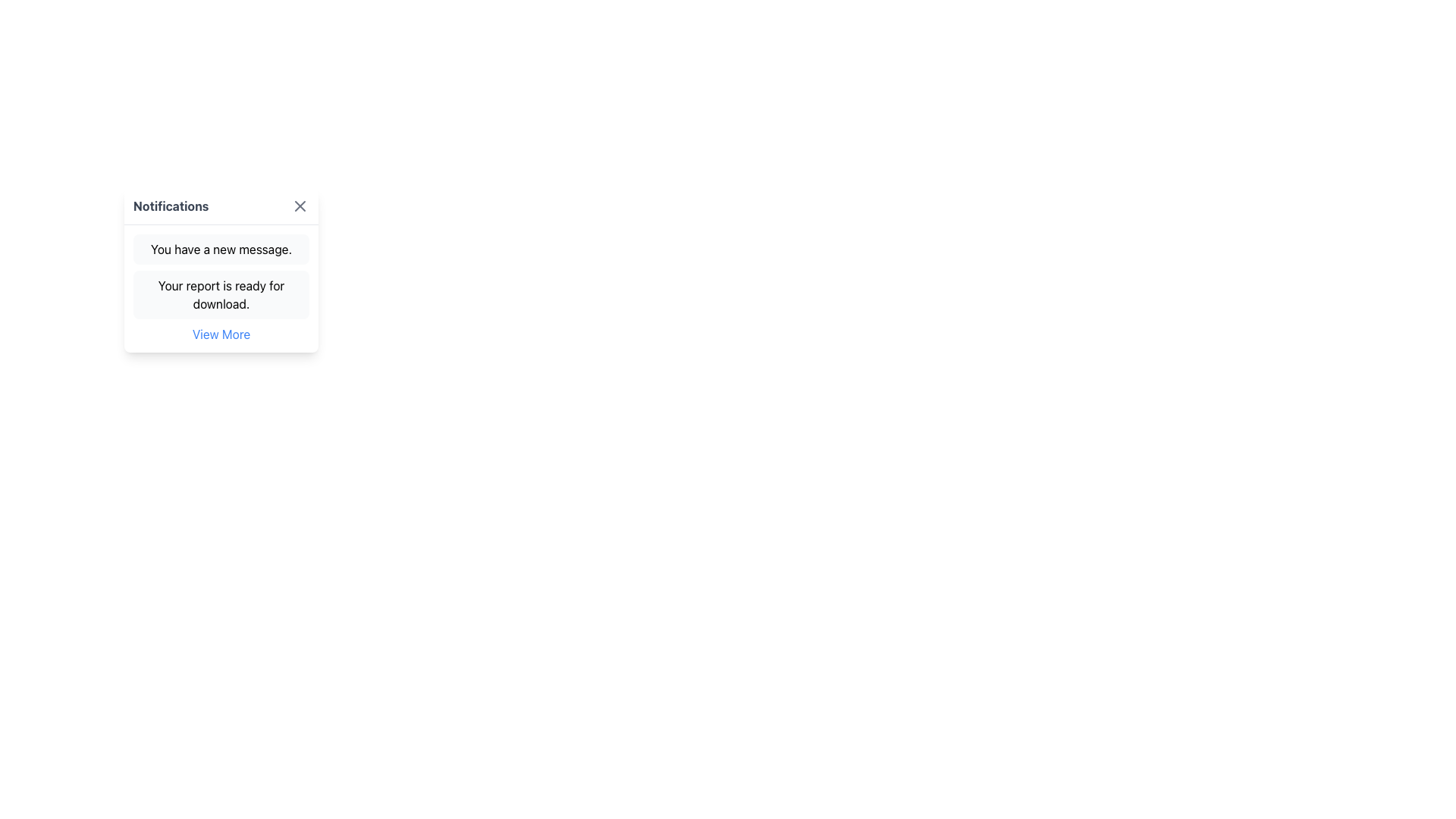 This screenshot has height=819, width=1456. I want to click on the close button located at the top right corner of the notification popup, so click(300, 206).